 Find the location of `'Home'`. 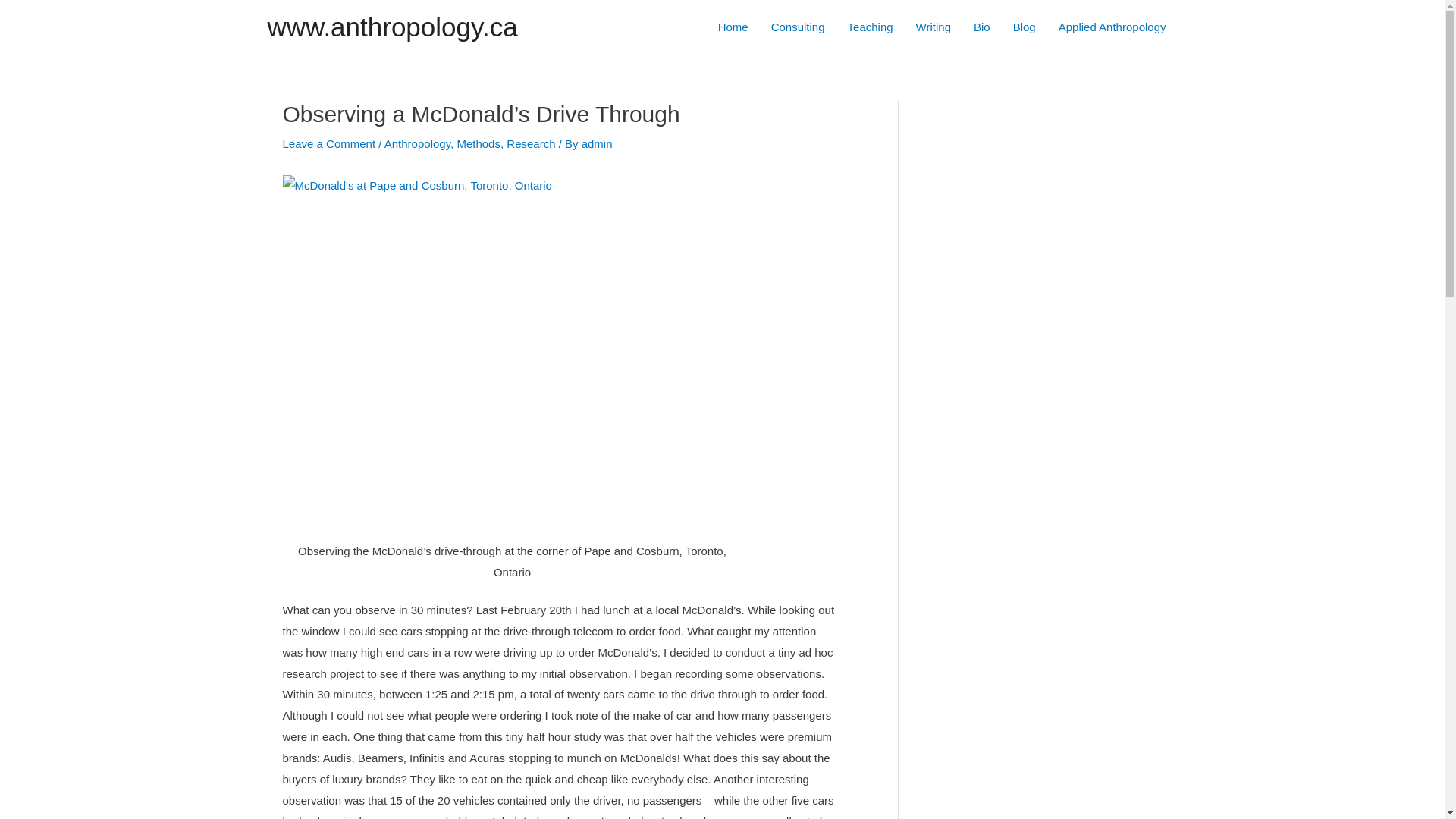

'Home' is located at coordinates (733, 27).